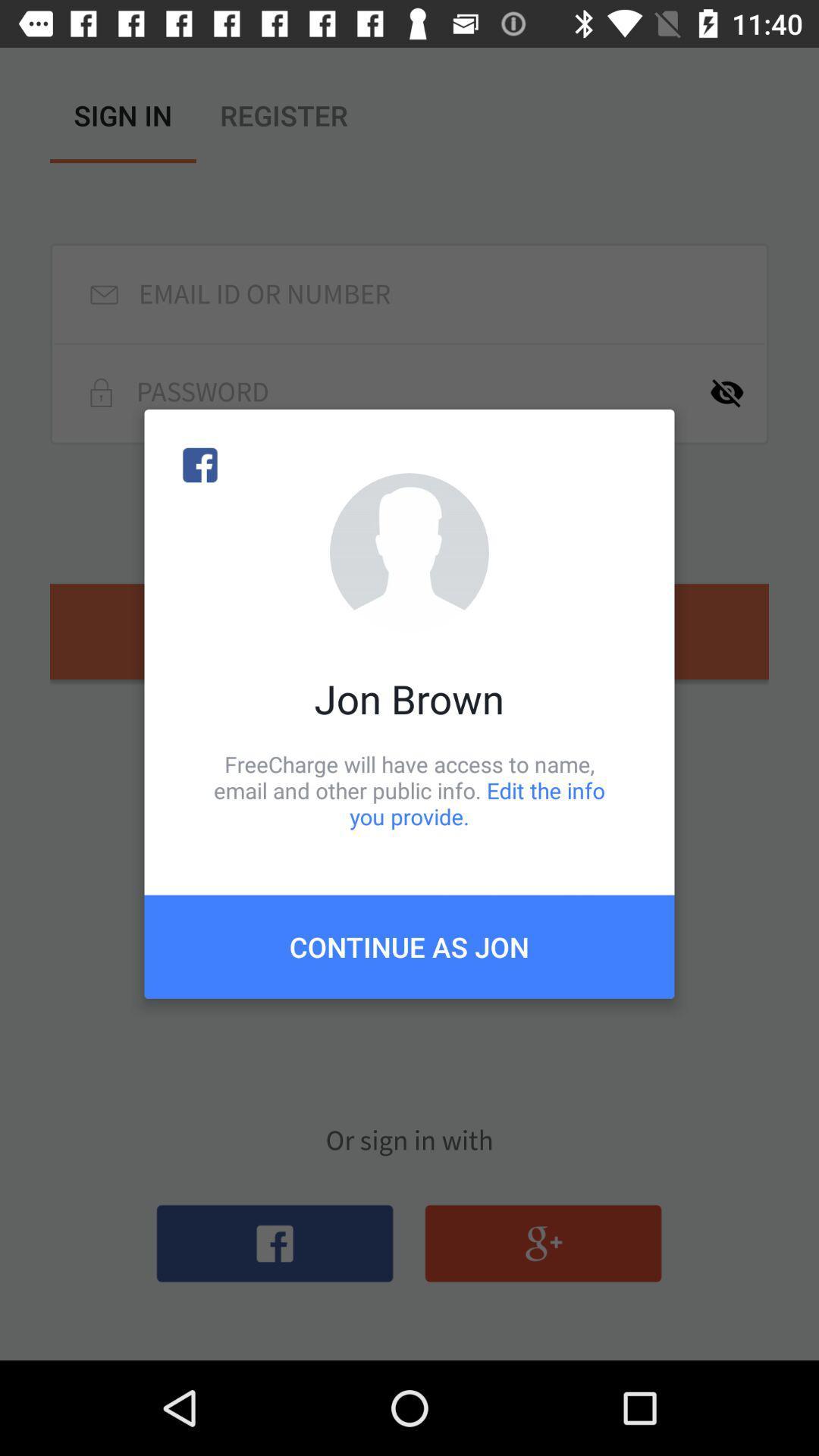 This screenshot has width=819, height=1456. I want to click on the icon below freecharge will have item, so click(409, 946).